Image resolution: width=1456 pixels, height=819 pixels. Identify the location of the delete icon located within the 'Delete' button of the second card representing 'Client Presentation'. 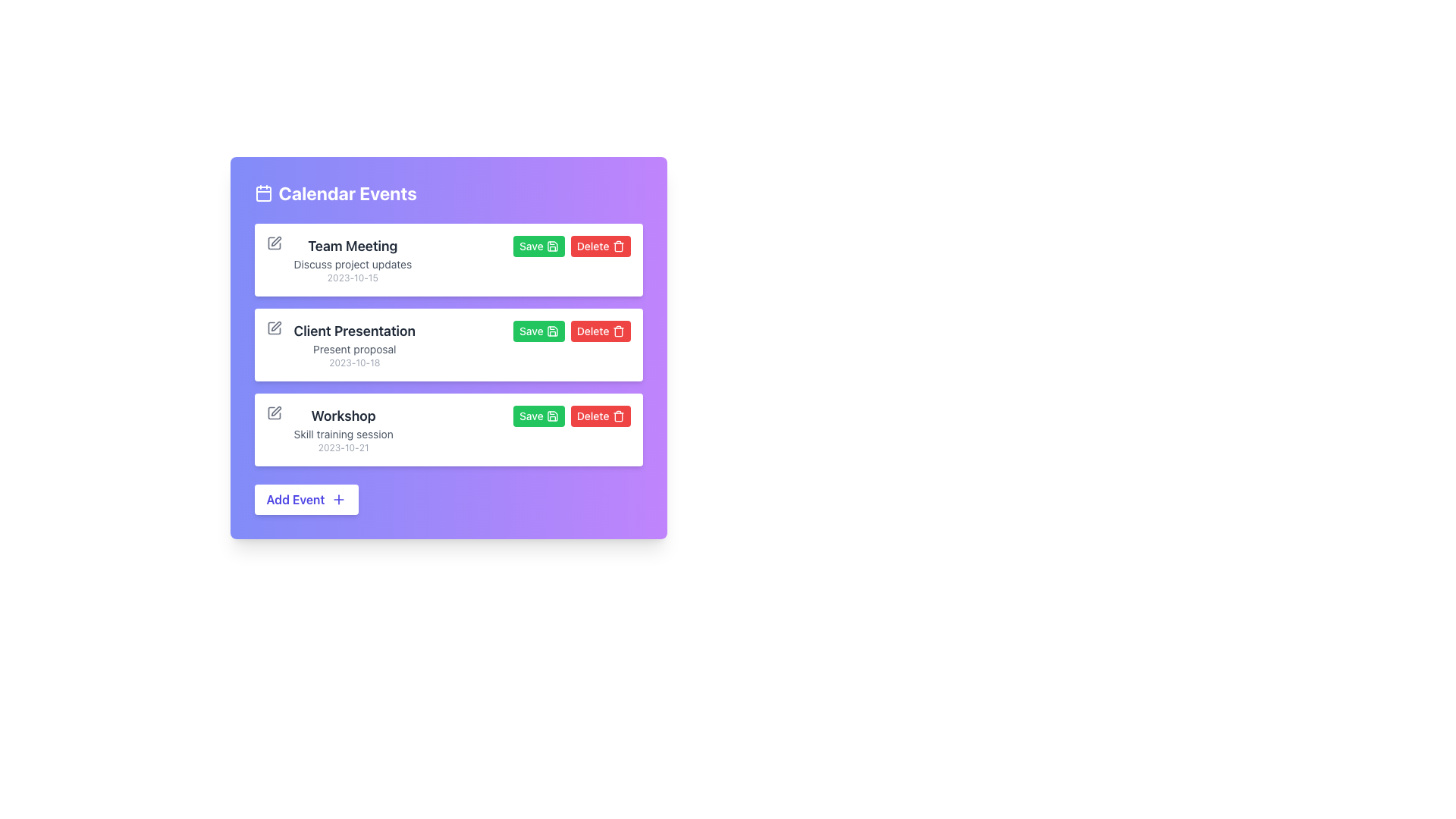
(618, 246).